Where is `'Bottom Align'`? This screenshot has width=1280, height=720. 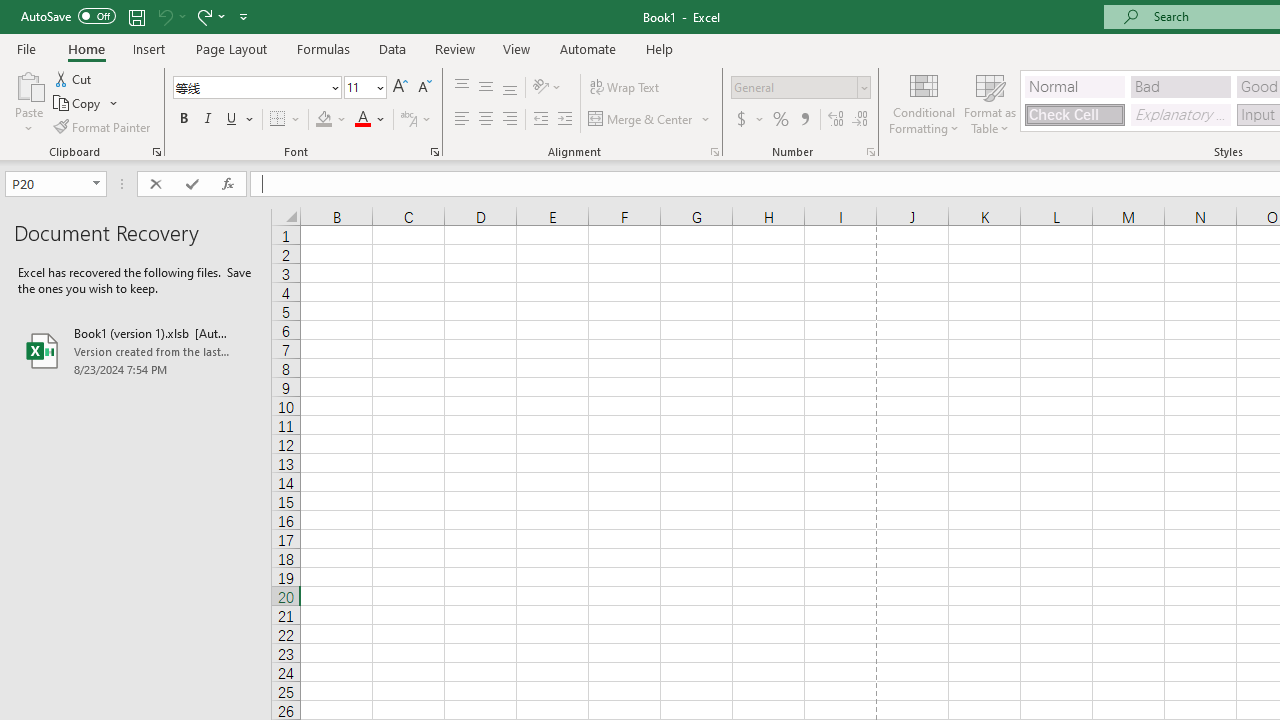 'Bottom Align' is located at coordinates (510, 86).